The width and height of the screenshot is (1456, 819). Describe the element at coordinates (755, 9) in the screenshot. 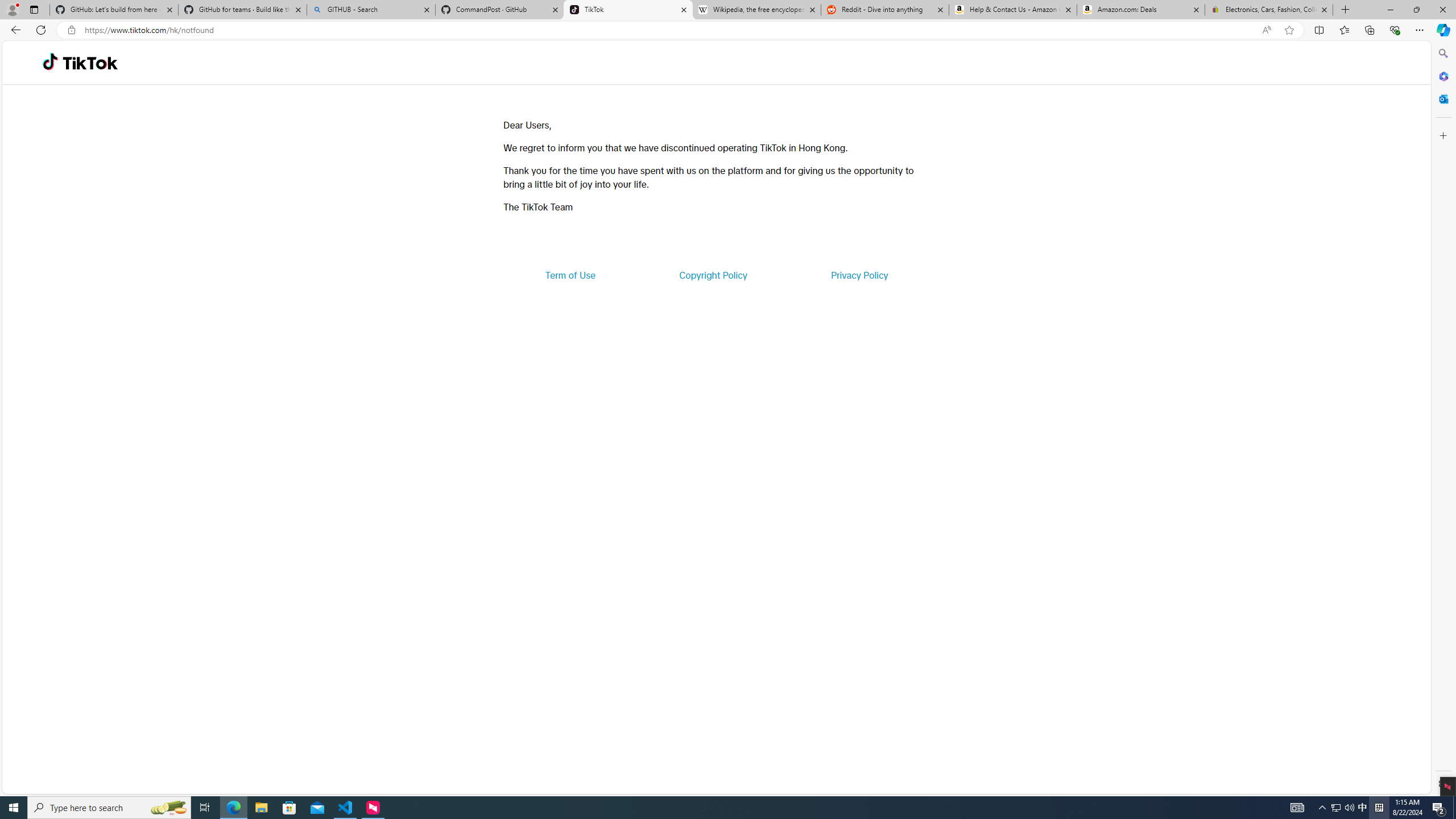

I see `'Wikipedia, the free encyclopedia'` at that location.